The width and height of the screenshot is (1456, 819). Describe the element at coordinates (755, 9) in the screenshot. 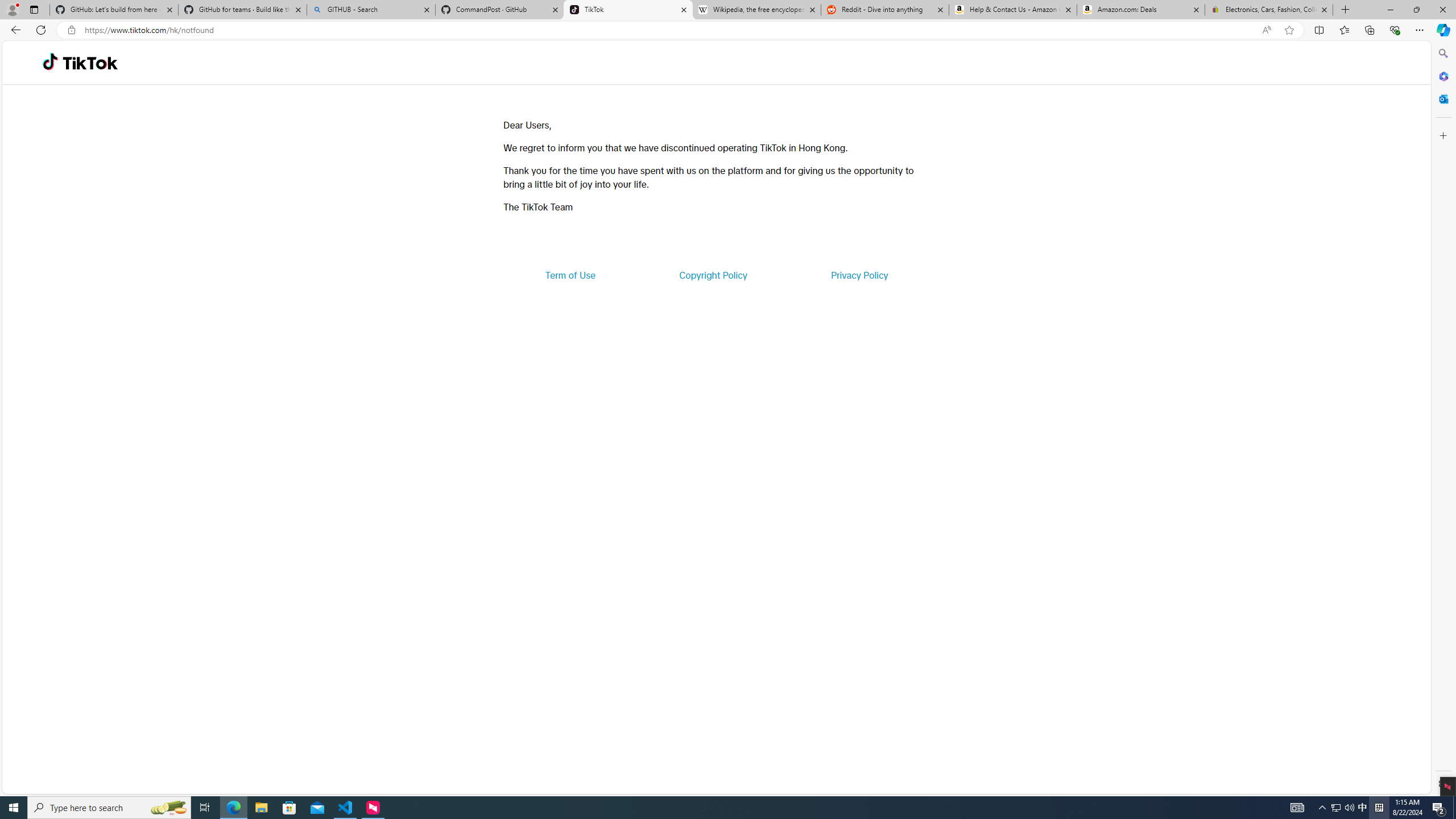

I see `'Wikipedia, the free encyclopedia'` at that location.